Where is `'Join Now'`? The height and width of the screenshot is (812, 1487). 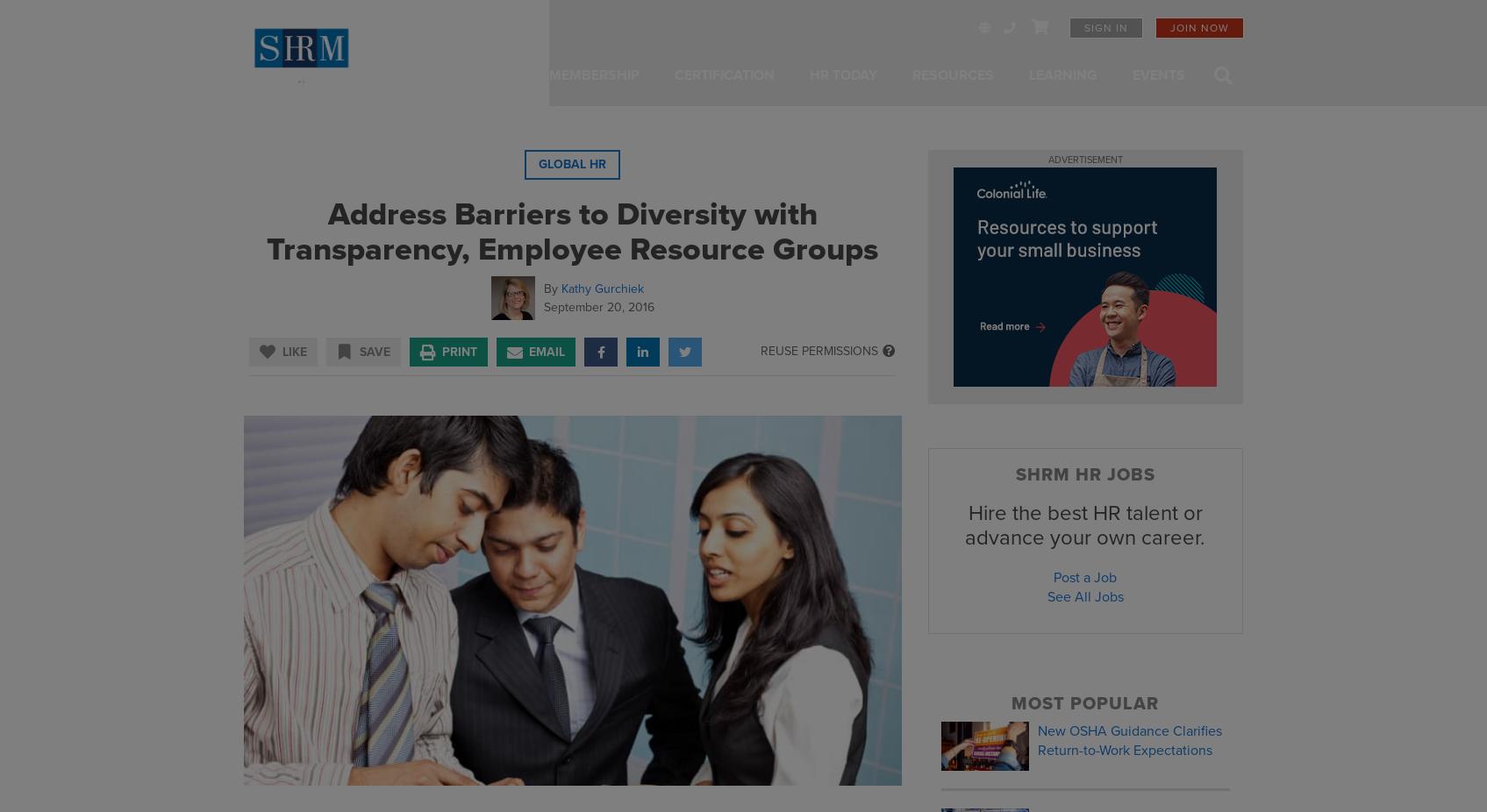 'Join Now' is located at coordinates (1198, 27).